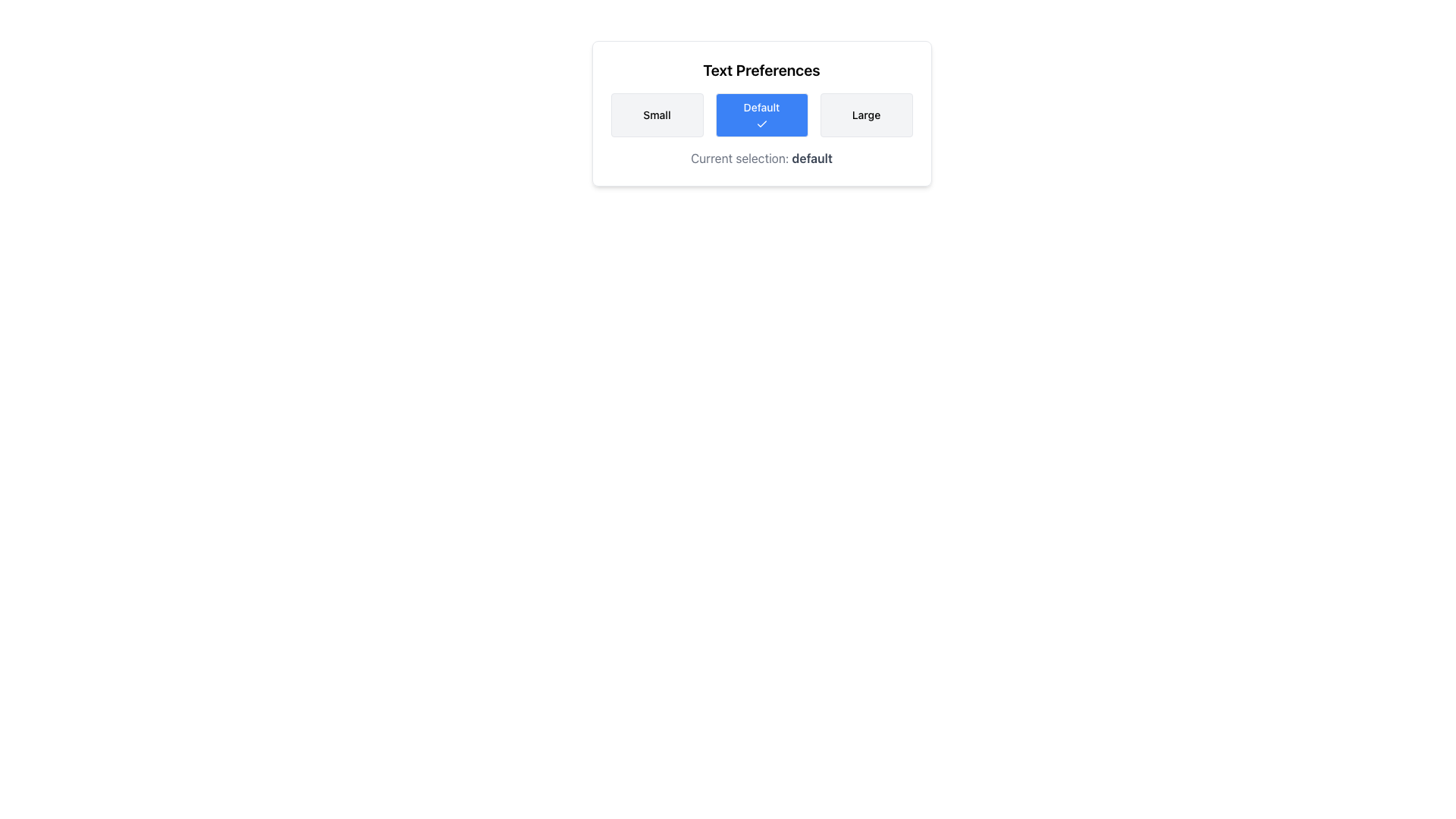  Describe the element at coordinates (761, 114) in the screenshot. I see `the 'Default' button with a blue background and white text` at that location.